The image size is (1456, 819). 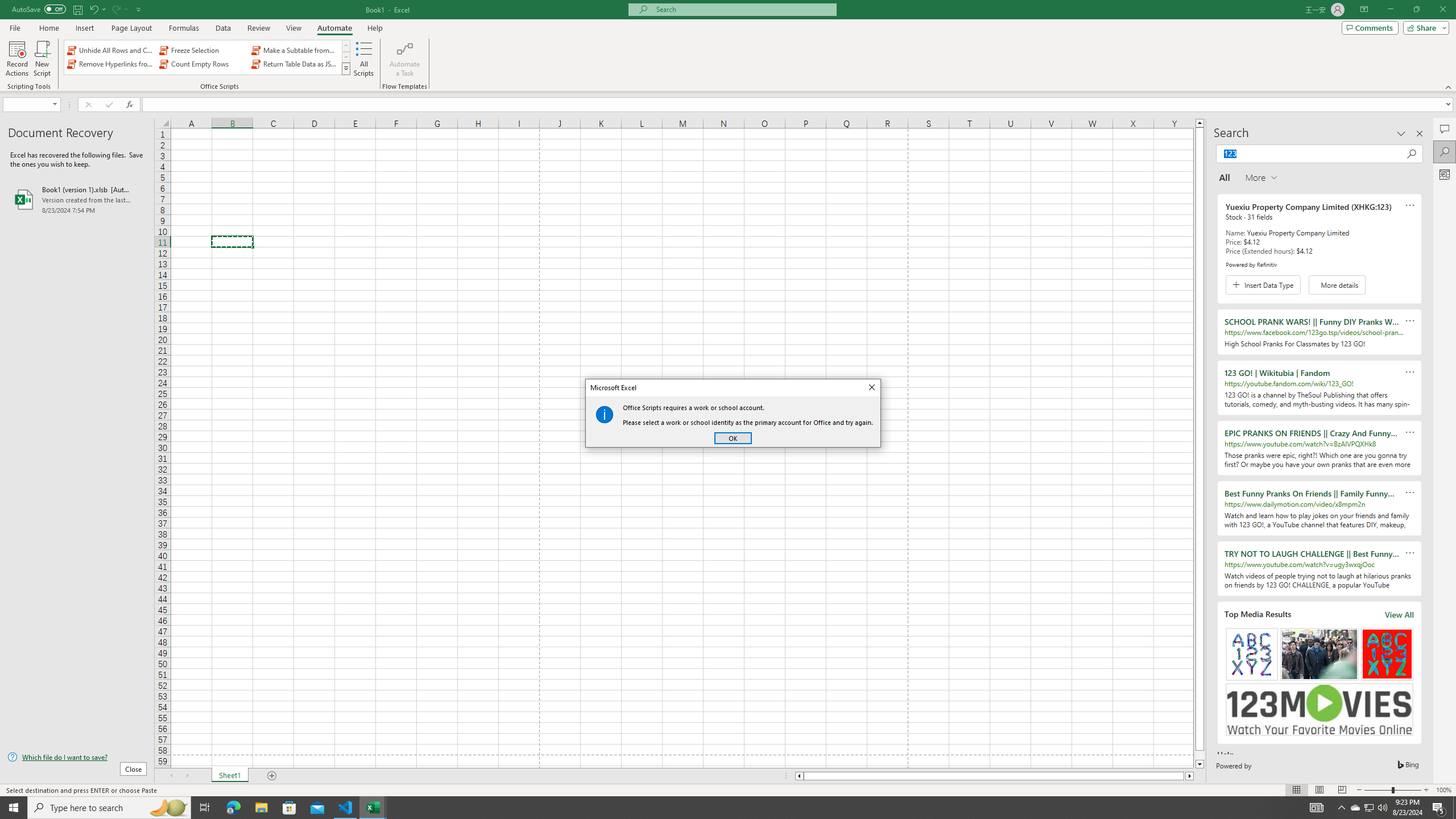 I want to click on 'Task View', so click(x=204, y=806).